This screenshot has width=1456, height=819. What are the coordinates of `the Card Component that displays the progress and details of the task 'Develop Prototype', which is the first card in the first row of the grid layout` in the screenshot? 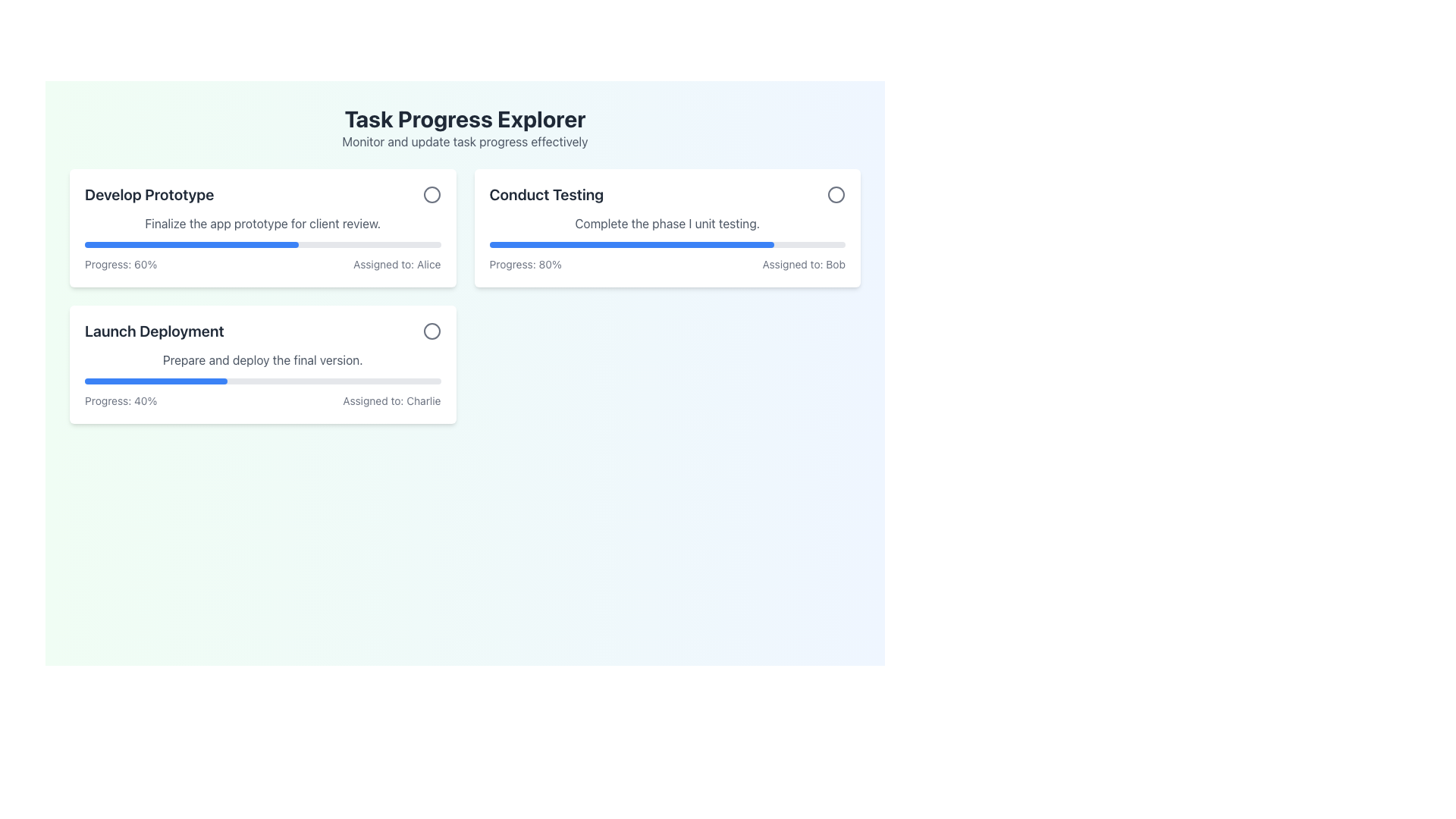 It's located at (262, 227).